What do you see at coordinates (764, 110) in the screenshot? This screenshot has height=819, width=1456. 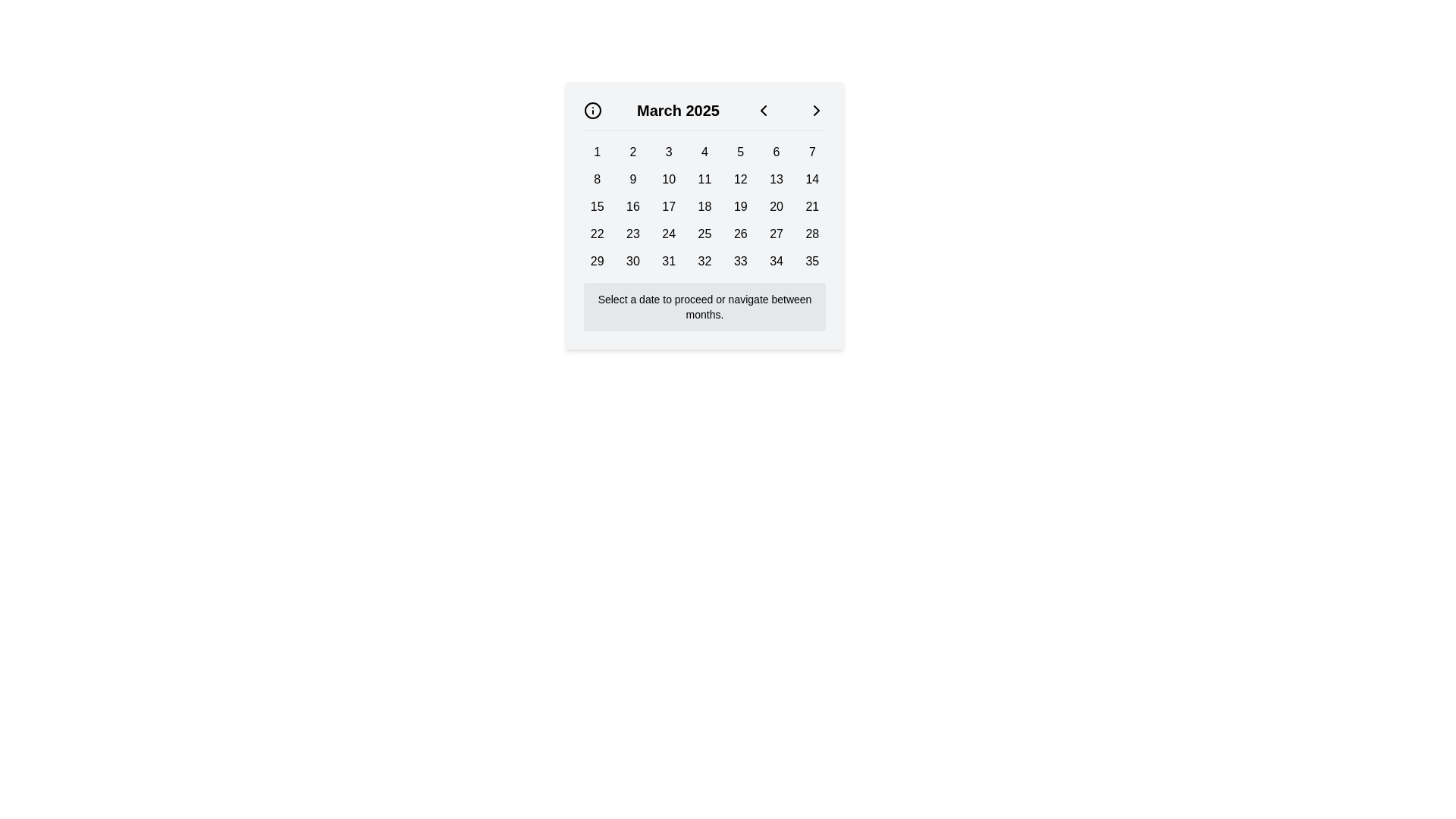 I see `the left arrow icon in the top-left corner of the calendar interface` at bounding box center [764, 110].